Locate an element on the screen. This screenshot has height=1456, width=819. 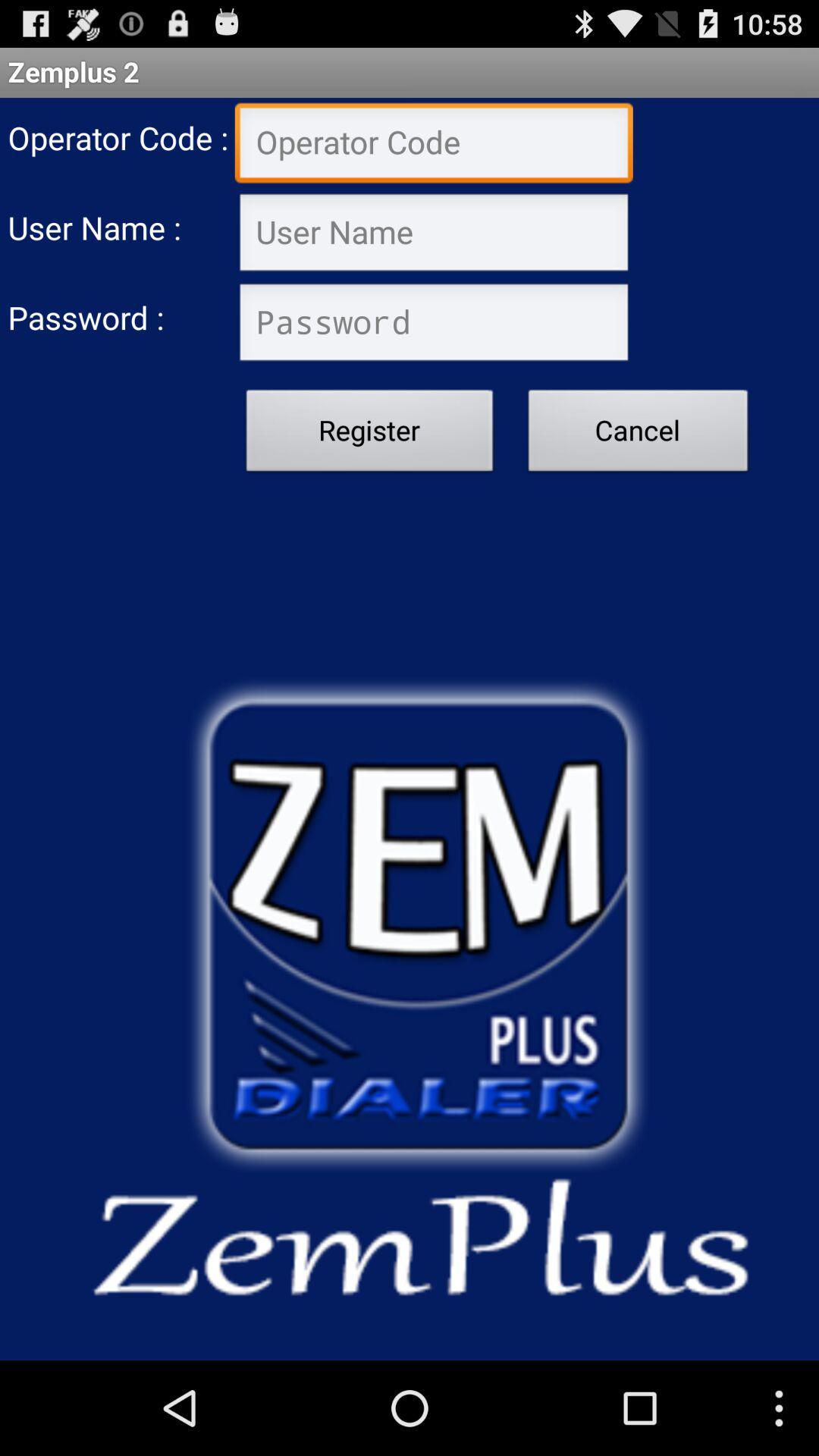
password is located at coordinates (434, 323).